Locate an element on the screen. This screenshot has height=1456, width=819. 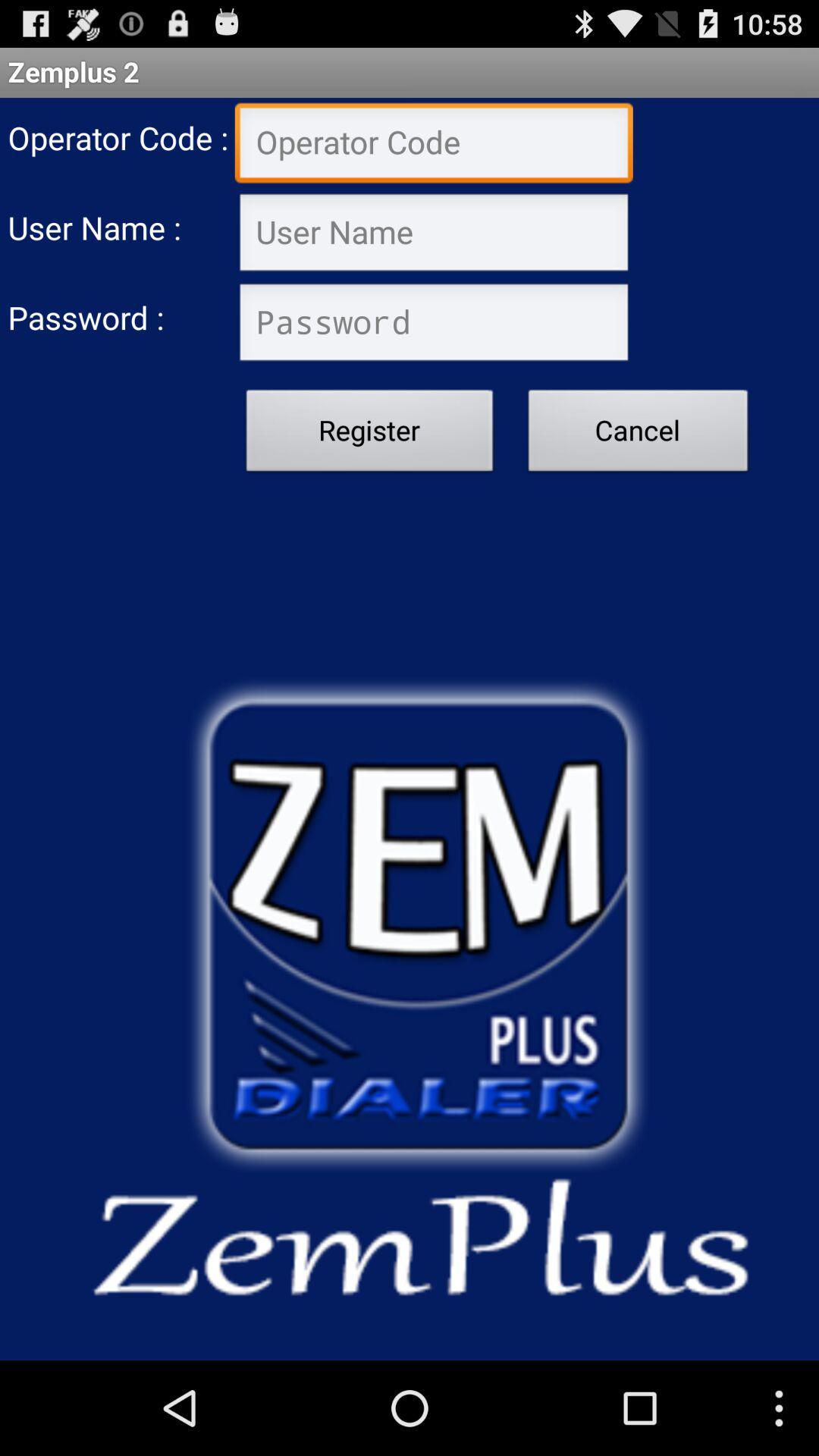
password is located at coordinates (434, 323).